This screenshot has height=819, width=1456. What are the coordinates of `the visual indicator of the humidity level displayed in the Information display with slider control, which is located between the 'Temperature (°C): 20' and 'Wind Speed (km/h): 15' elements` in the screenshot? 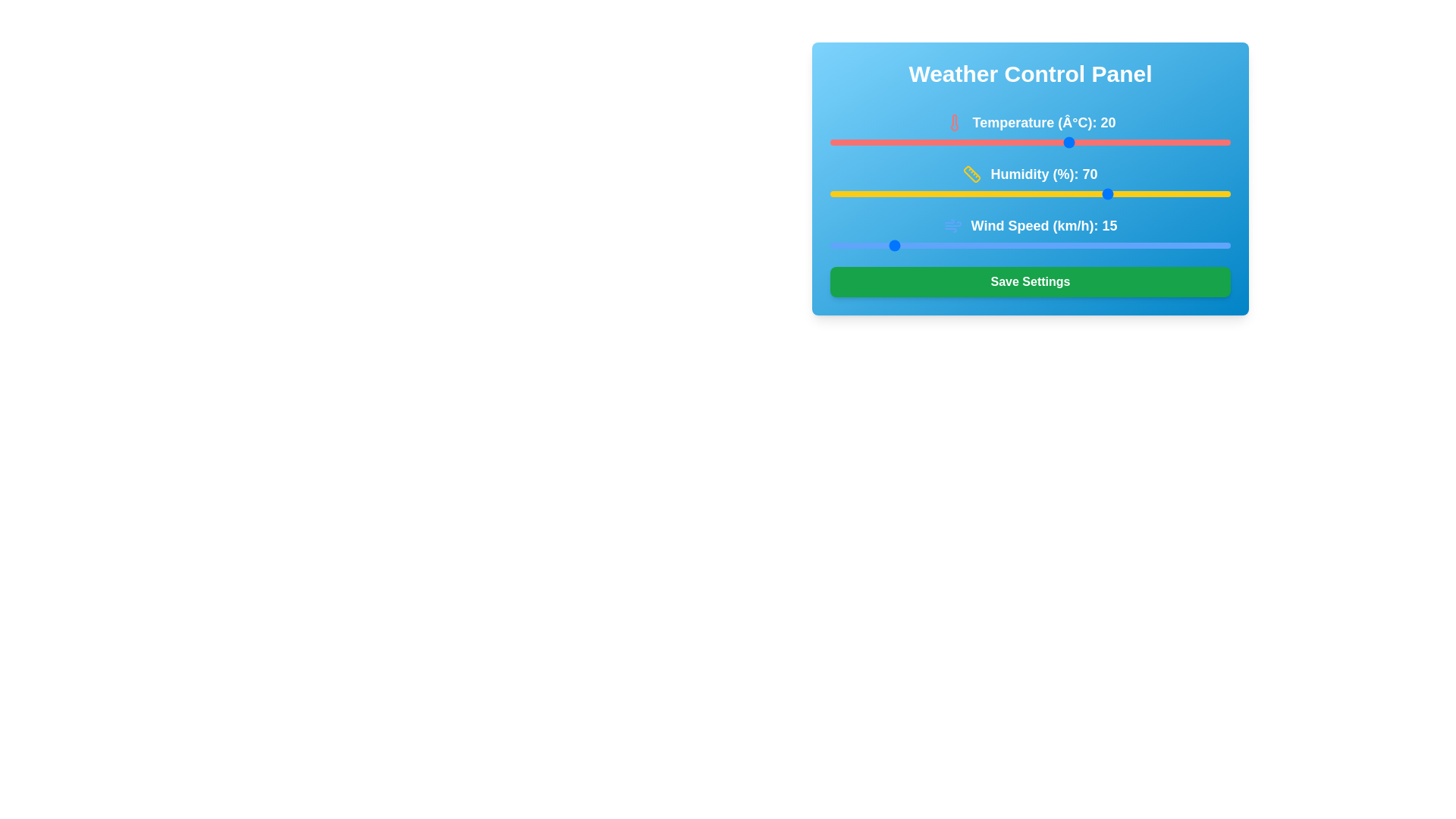 It's located at (1030, 180).